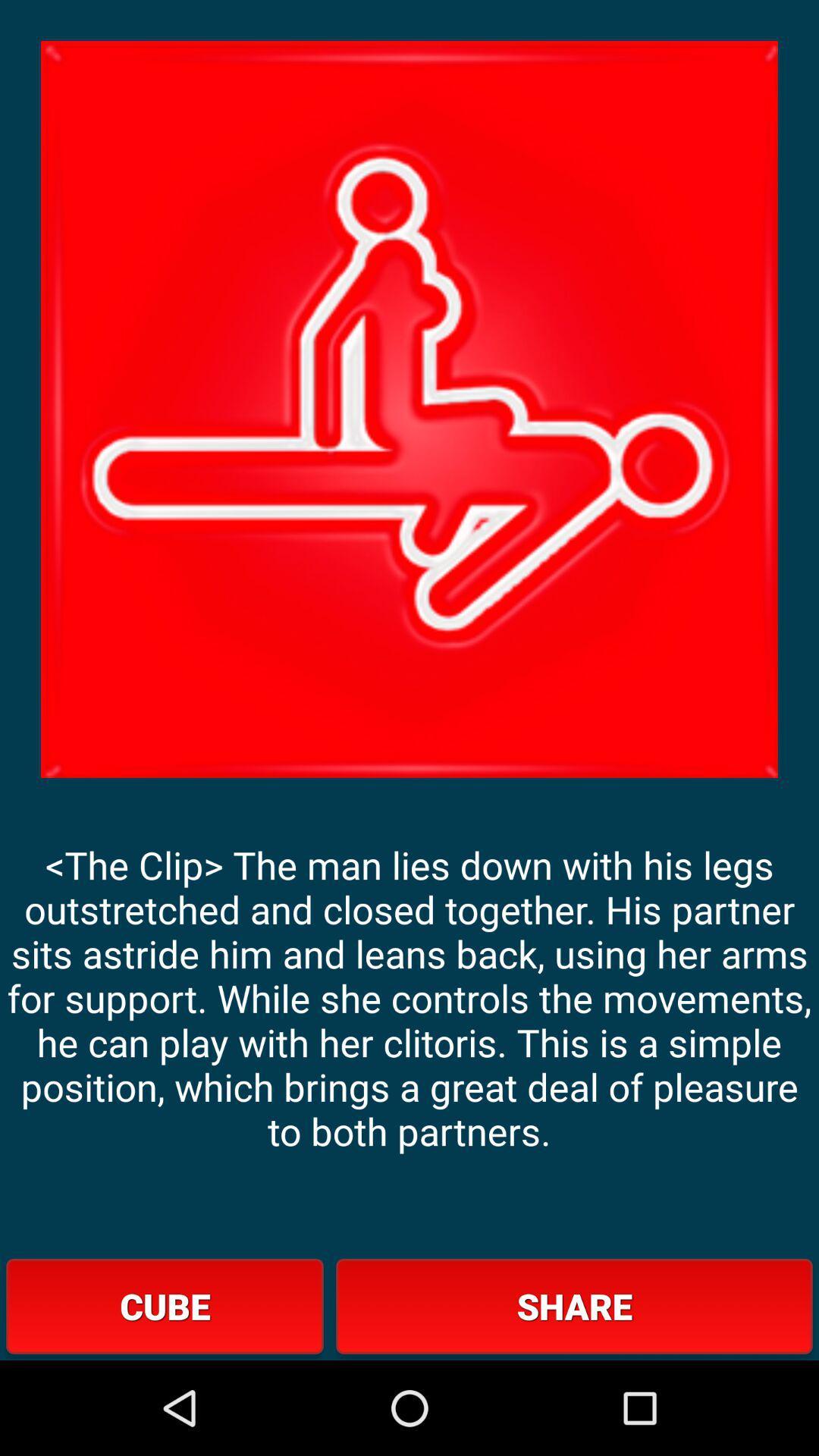 This screenshot has height=1456, width=819. I want to click on icon below the the clip the app, so click(574, 1305).